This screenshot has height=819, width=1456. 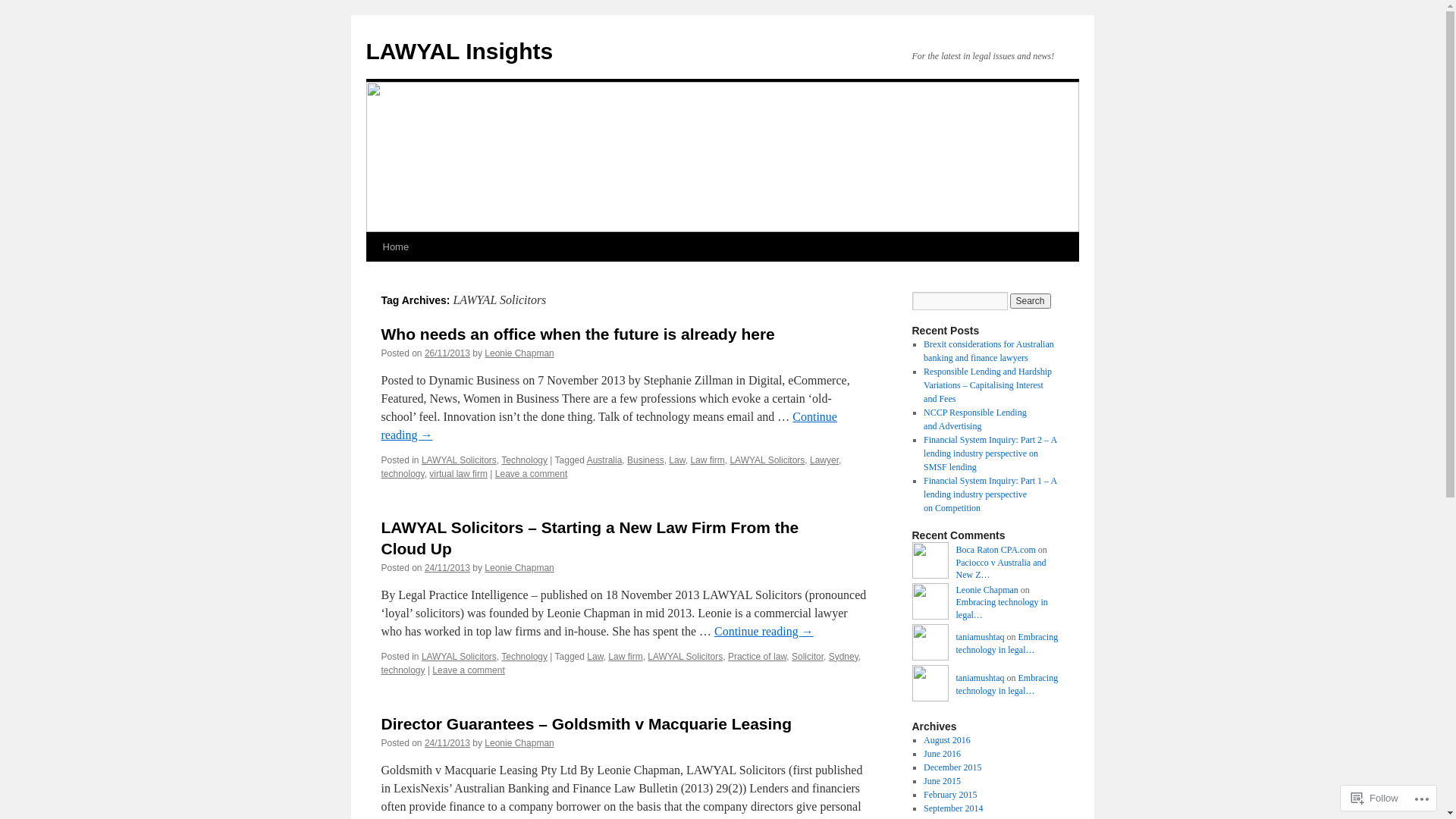 I want to click on 'Leonie Chapman', so click(x=519, y=353).